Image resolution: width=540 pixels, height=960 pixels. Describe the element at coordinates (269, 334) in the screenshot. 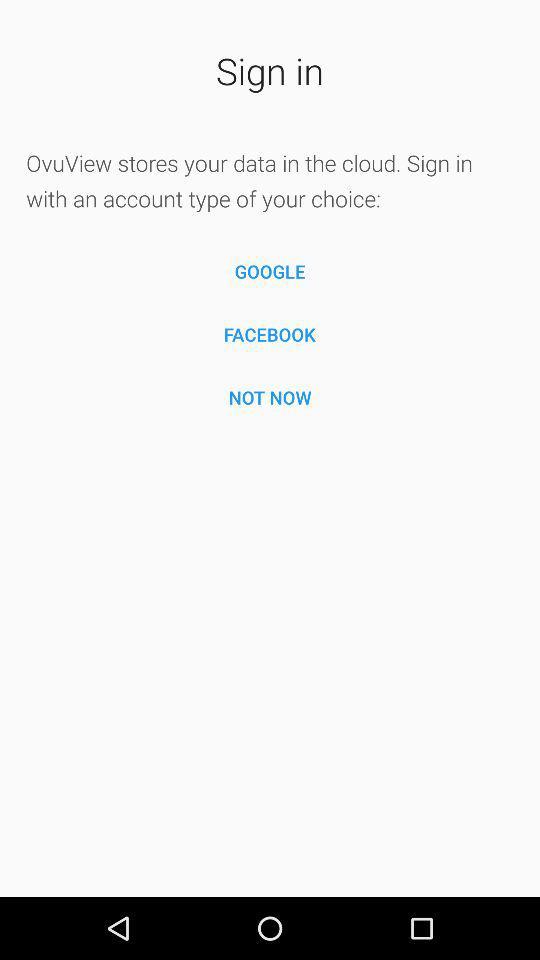

I see `icon below google item` at that location.